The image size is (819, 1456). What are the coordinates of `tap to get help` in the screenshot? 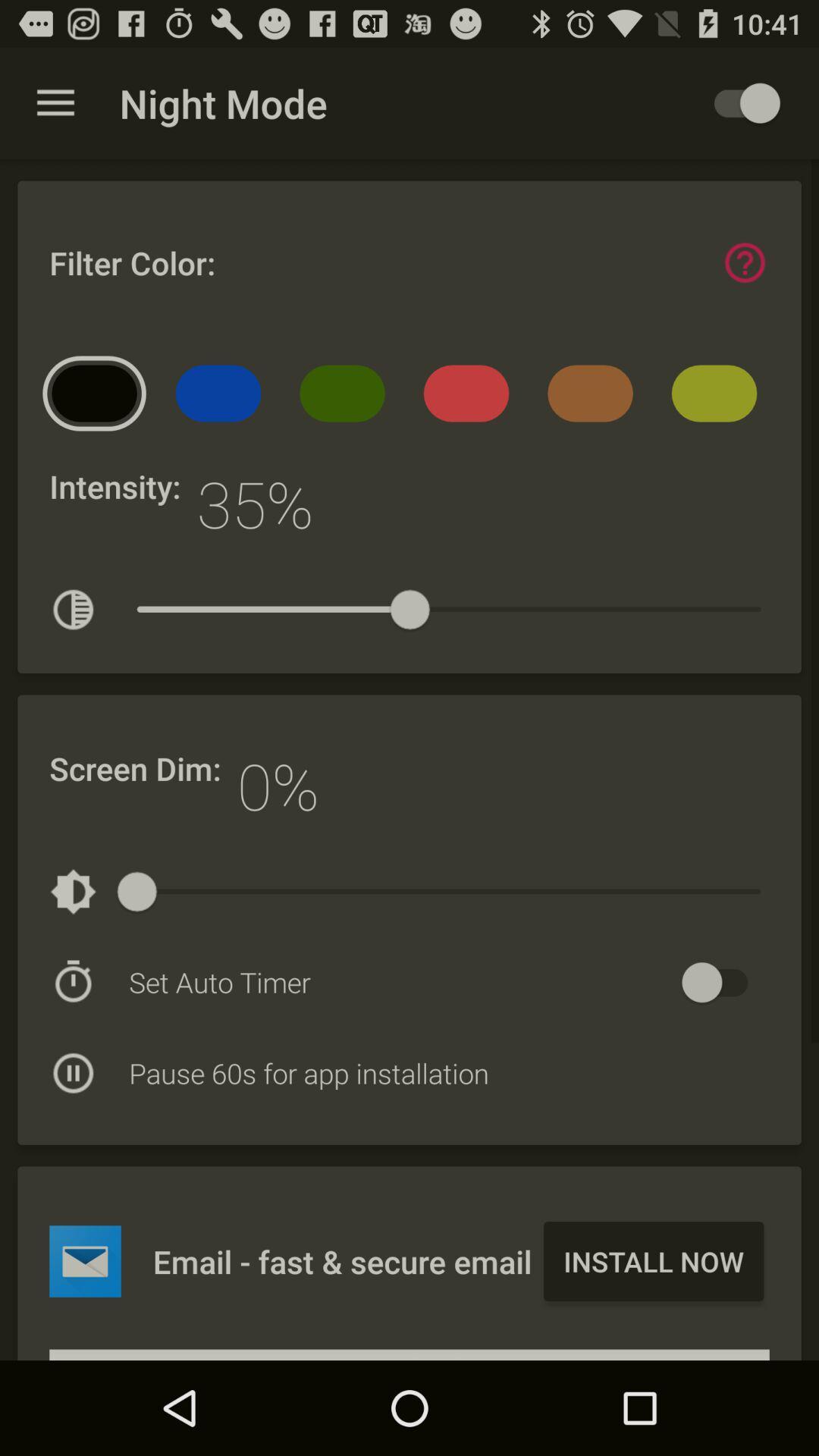 It's located at (744, 262).